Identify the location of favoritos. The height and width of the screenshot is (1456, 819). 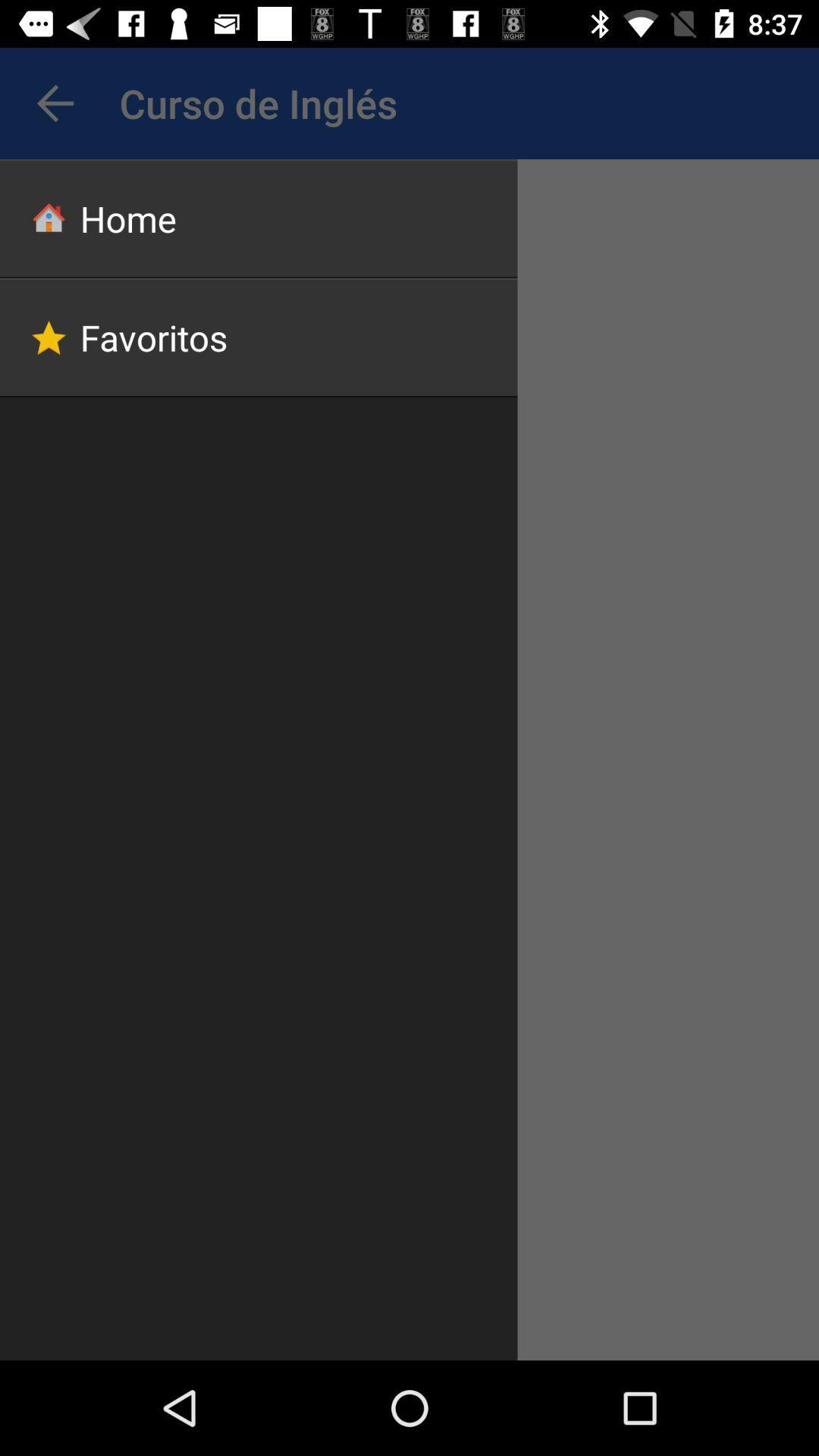
(258, 337).